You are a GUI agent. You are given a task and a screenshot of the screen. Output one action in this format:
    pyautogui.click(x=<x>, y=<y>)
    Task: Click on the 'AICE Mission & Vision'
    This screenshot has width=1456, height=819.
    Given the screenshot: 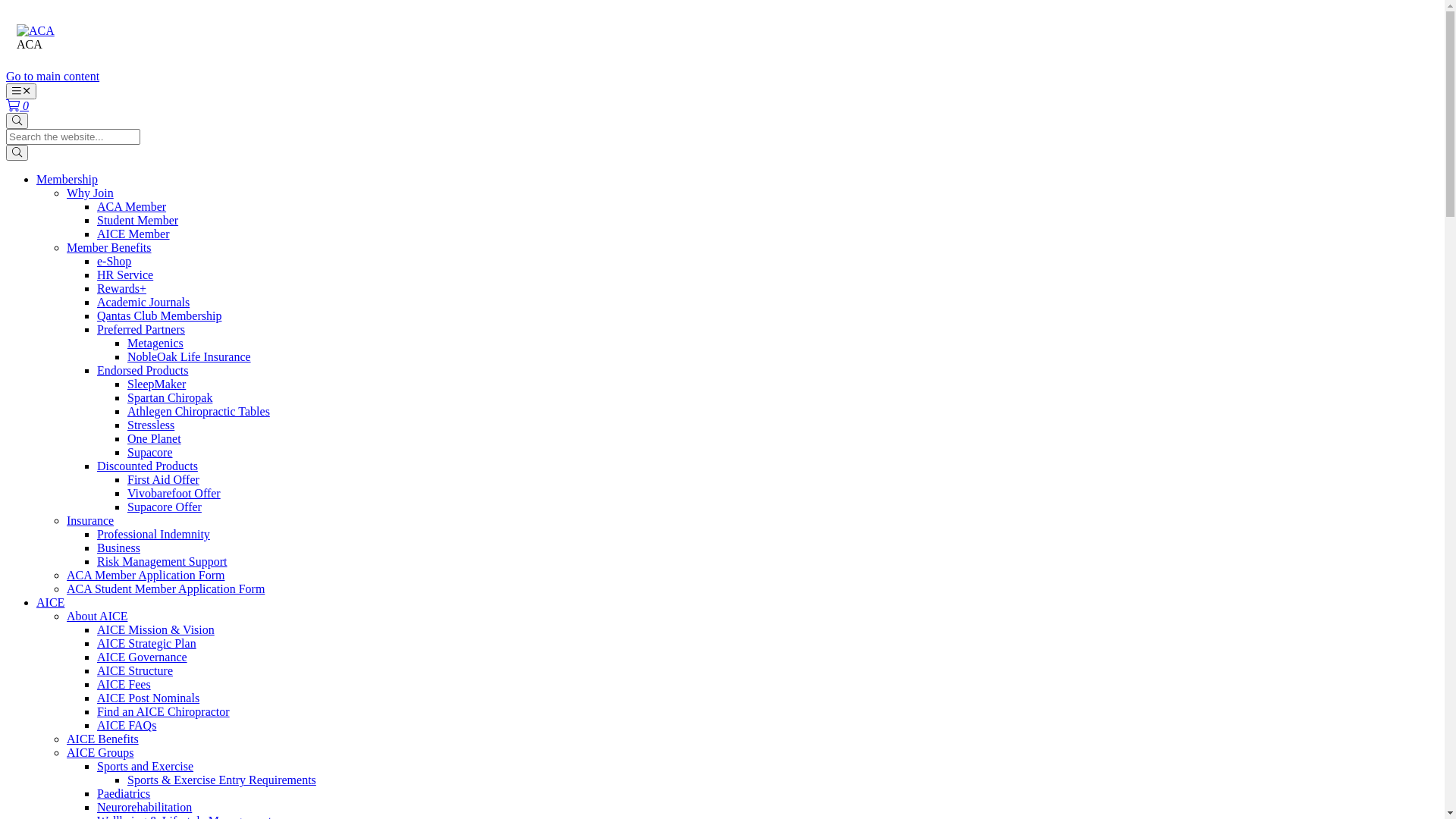 What is the action you would take?
    pyautogui.click(x=155, y=629)
    